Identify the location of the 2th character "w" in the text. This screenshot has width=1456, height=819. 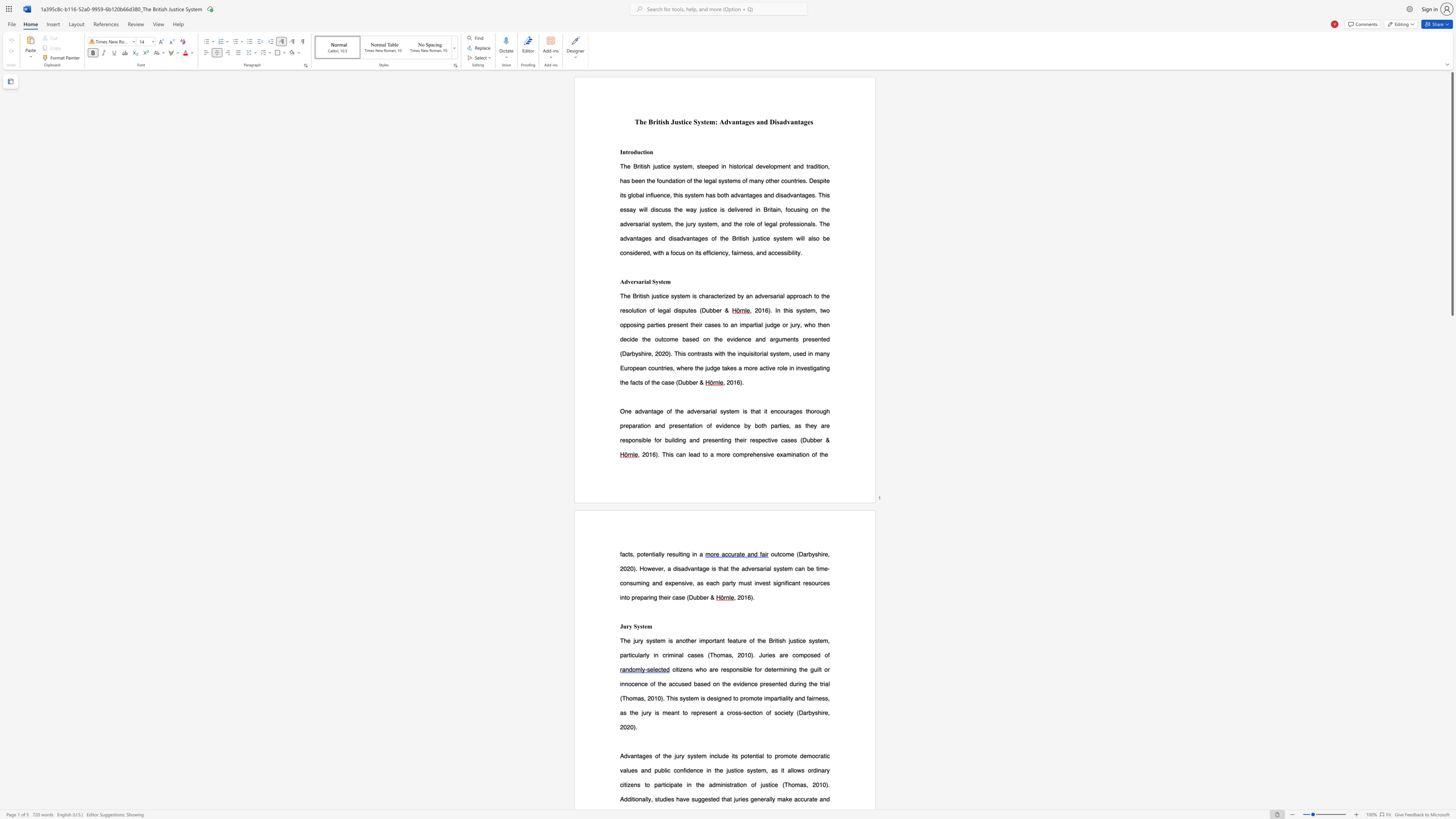
(678, 367).